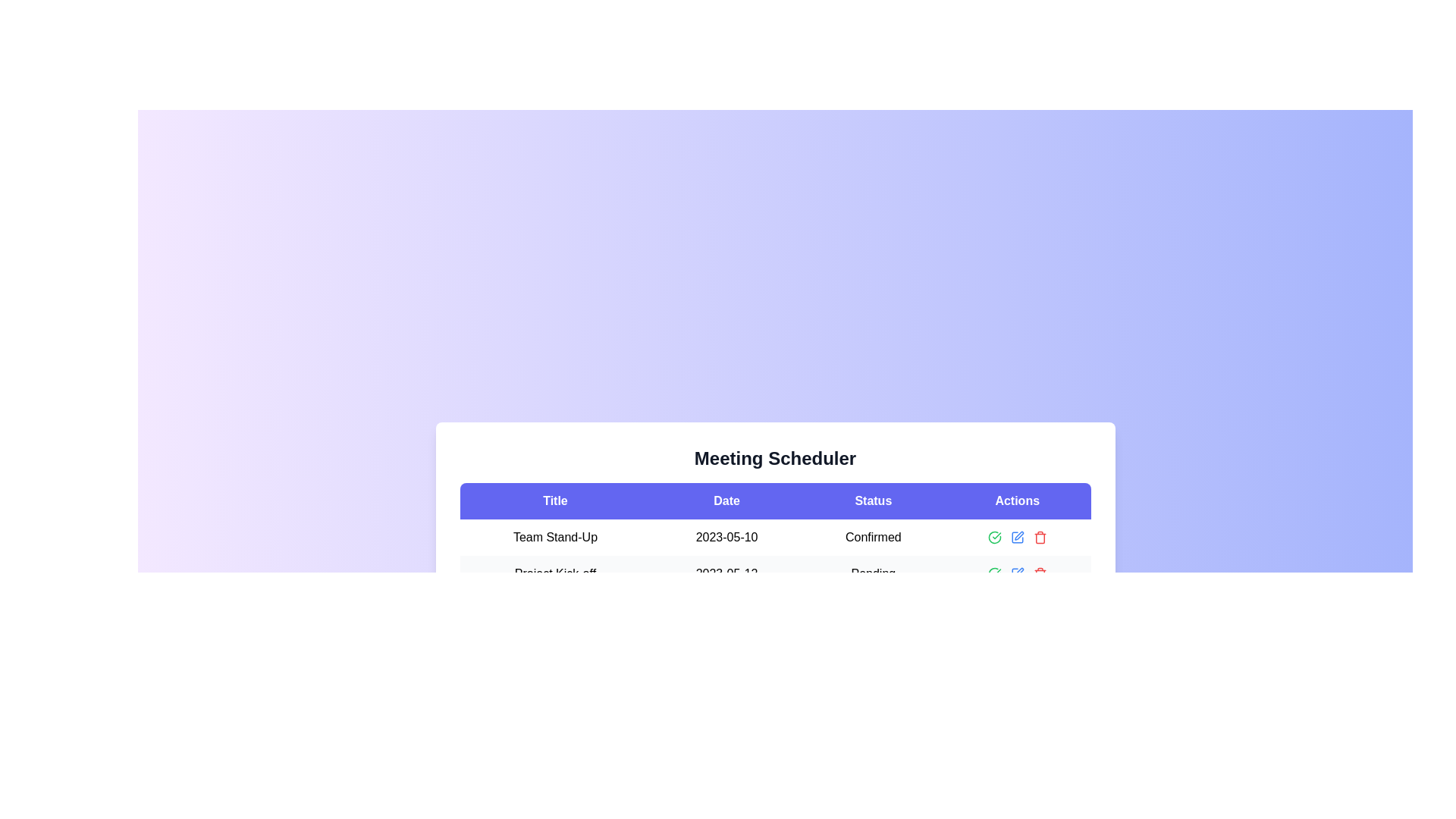  I want to click on the first data row in the table that contains 'Team Stand-Up', '2023-05-10', and 'Confirmed', so click(775, 555).